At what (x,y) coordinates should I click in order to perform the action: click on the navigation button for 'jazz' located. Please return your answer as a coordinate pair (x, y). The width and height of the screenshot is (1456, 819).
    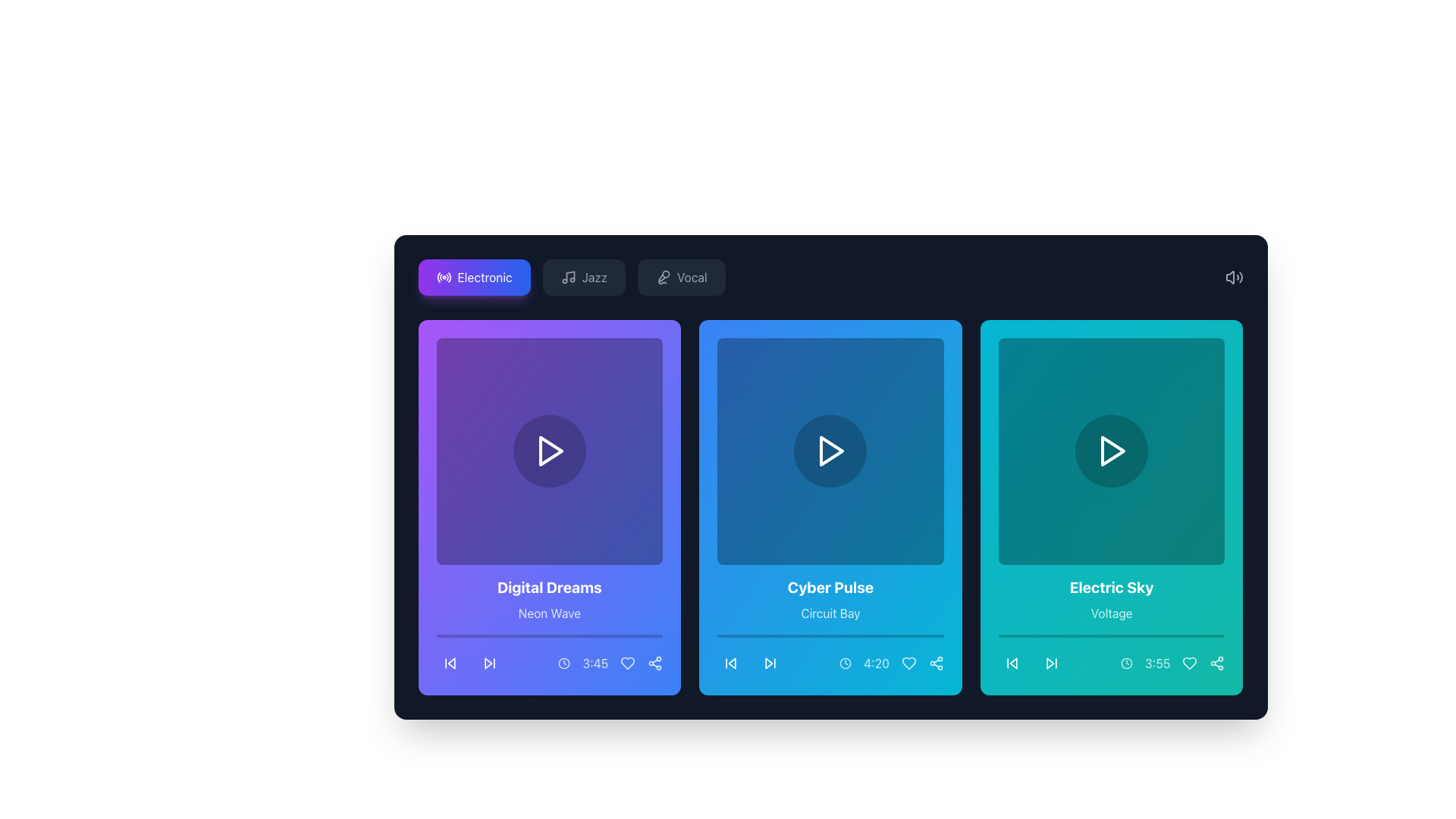
    Looking at the image, I should click on (583, 278).